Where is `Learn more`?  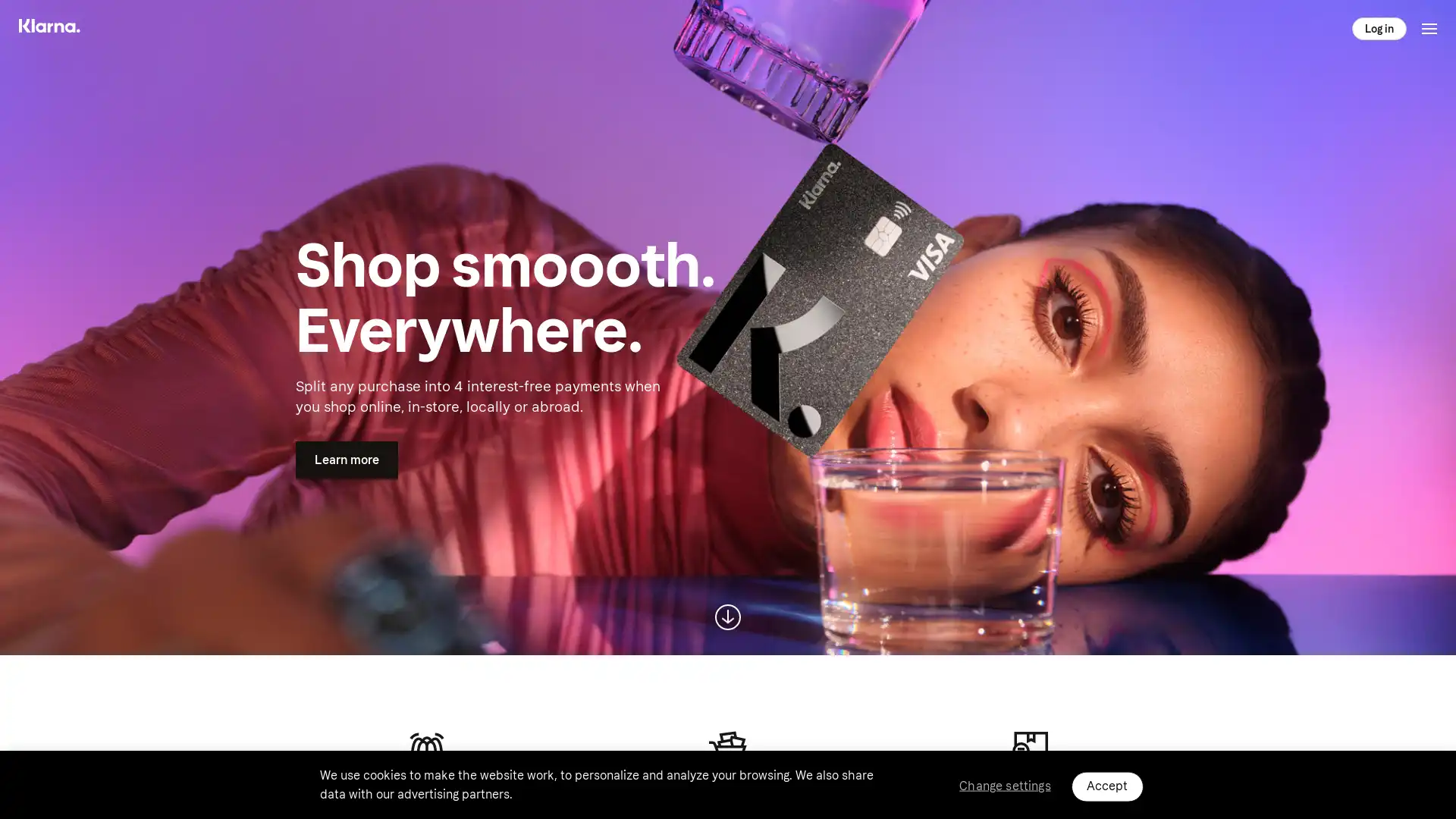
Learn more is located at coordinates (346, 458).